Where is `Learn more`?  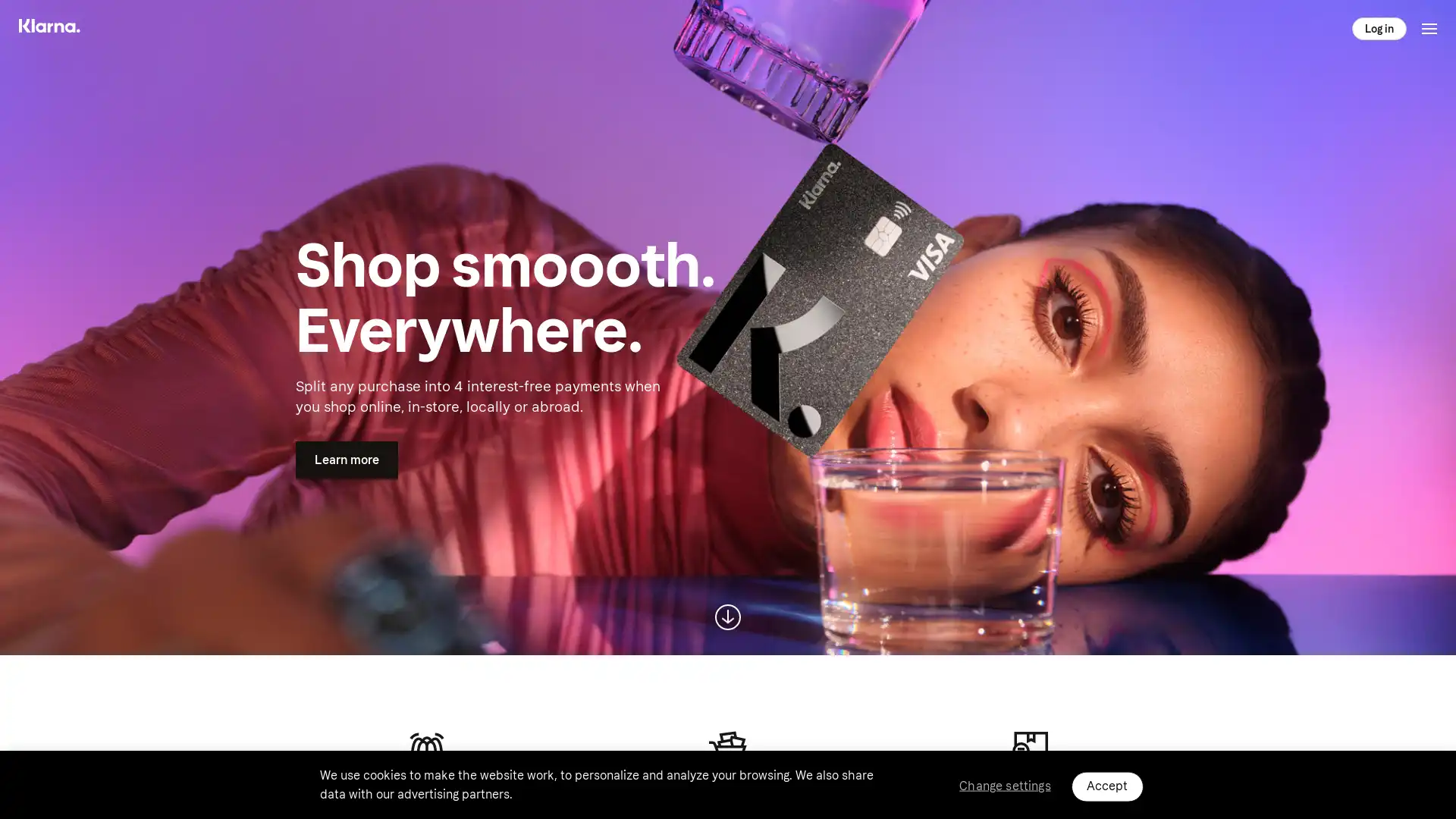
Learn more is located at coordinates (346, 458).